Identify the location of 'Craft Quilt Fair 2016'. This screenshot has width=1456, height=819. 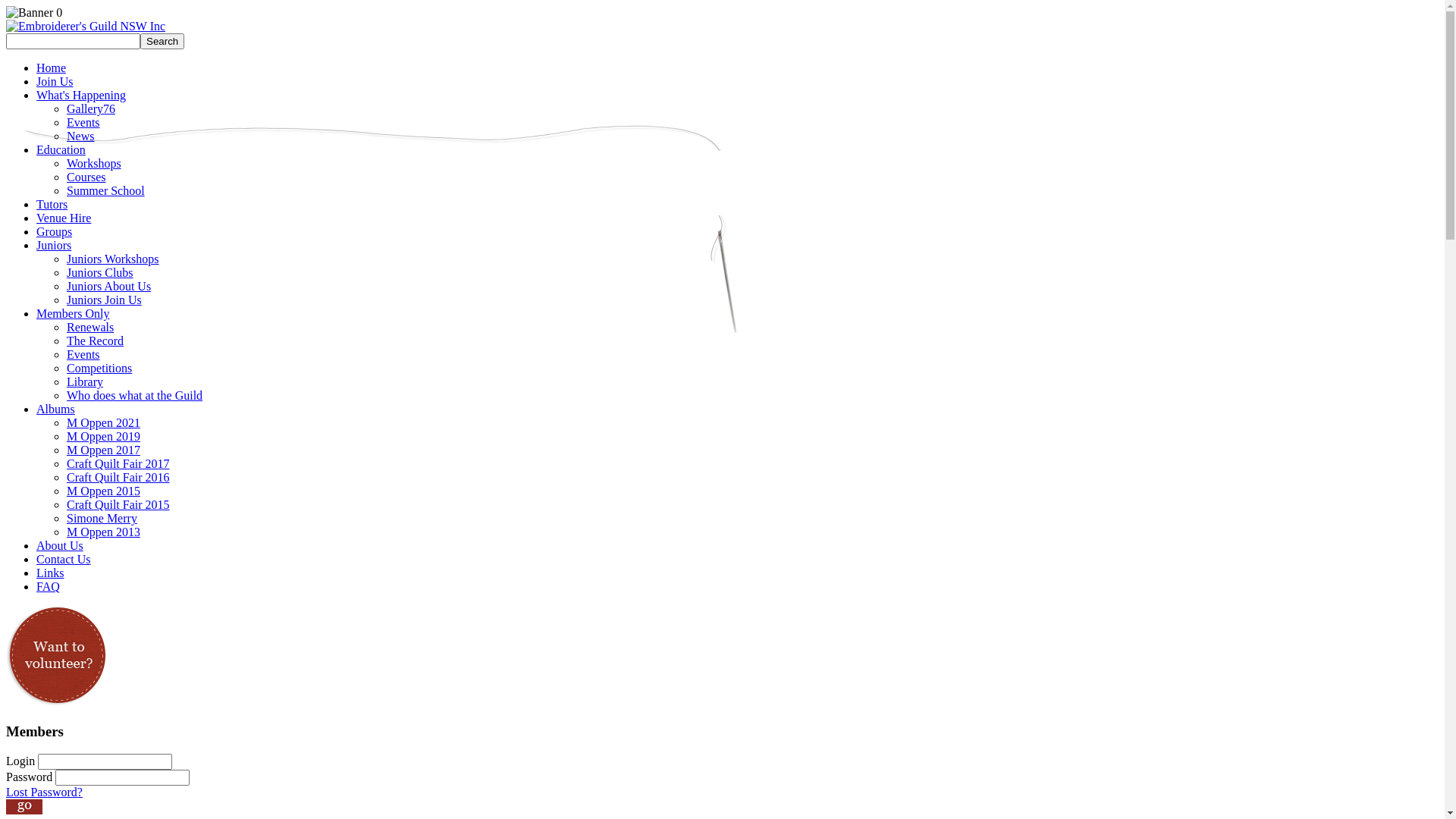
(118, 476).